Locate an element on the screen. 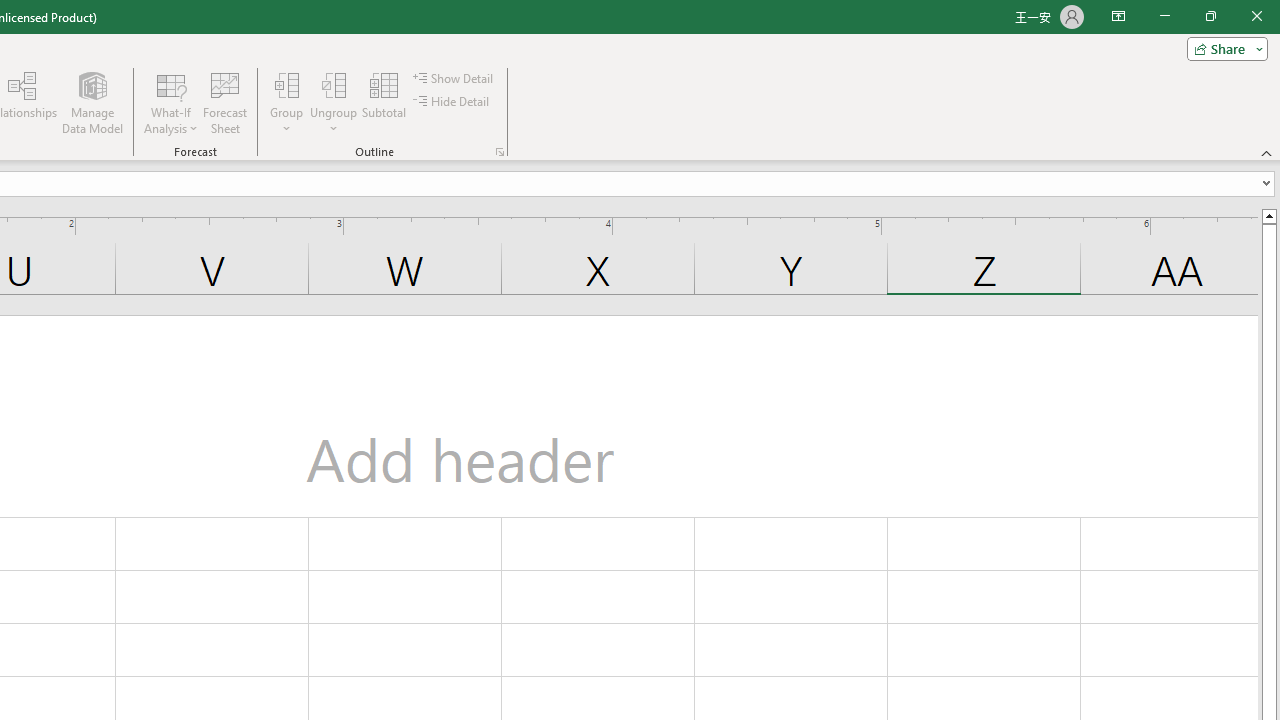 This screenshot has height=720, width=1280. 'Ribbon Display Options' is located at coordinates (1117, 16).